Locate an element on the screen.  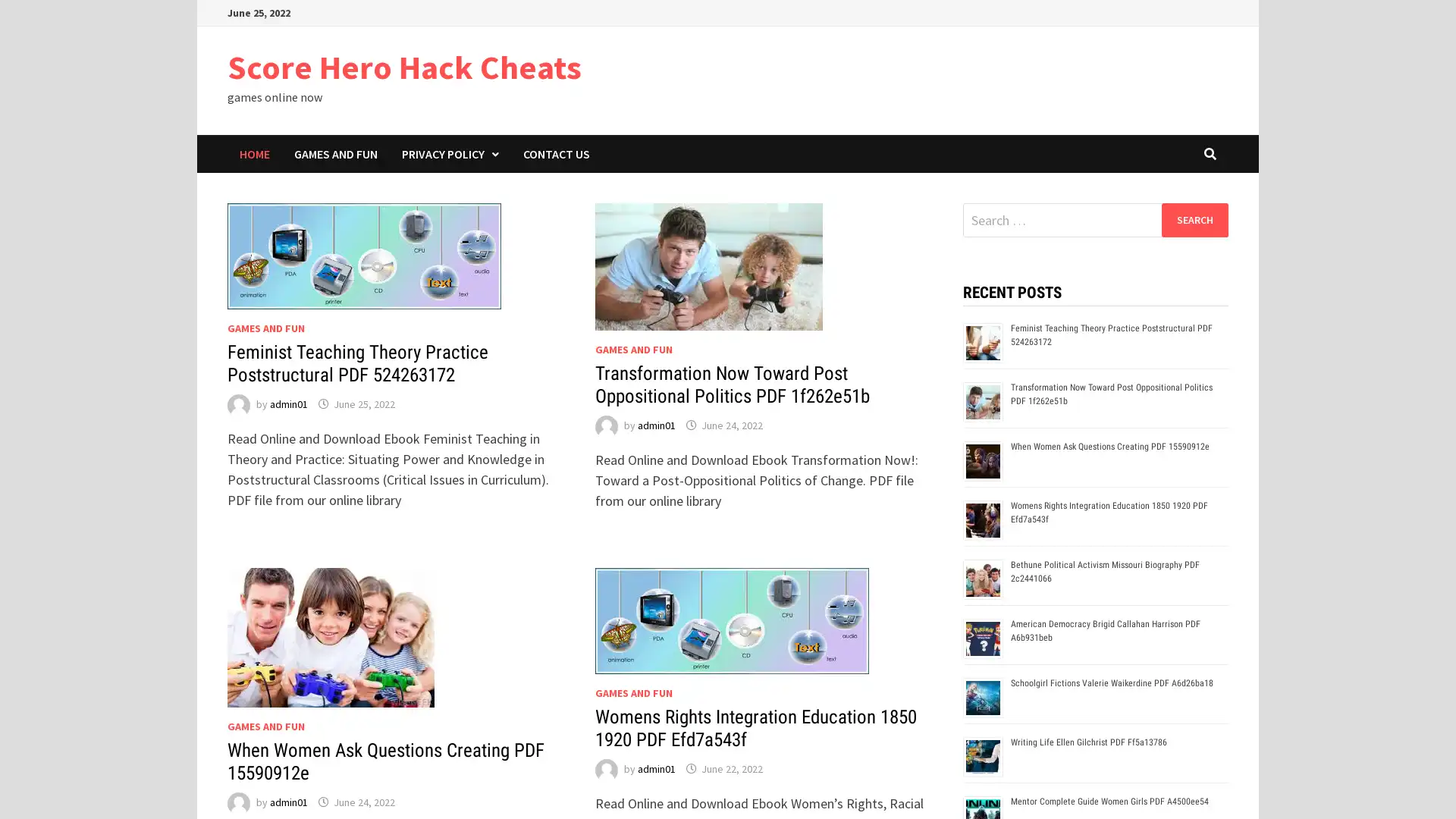
Search is located at coordinates (1194, 219).